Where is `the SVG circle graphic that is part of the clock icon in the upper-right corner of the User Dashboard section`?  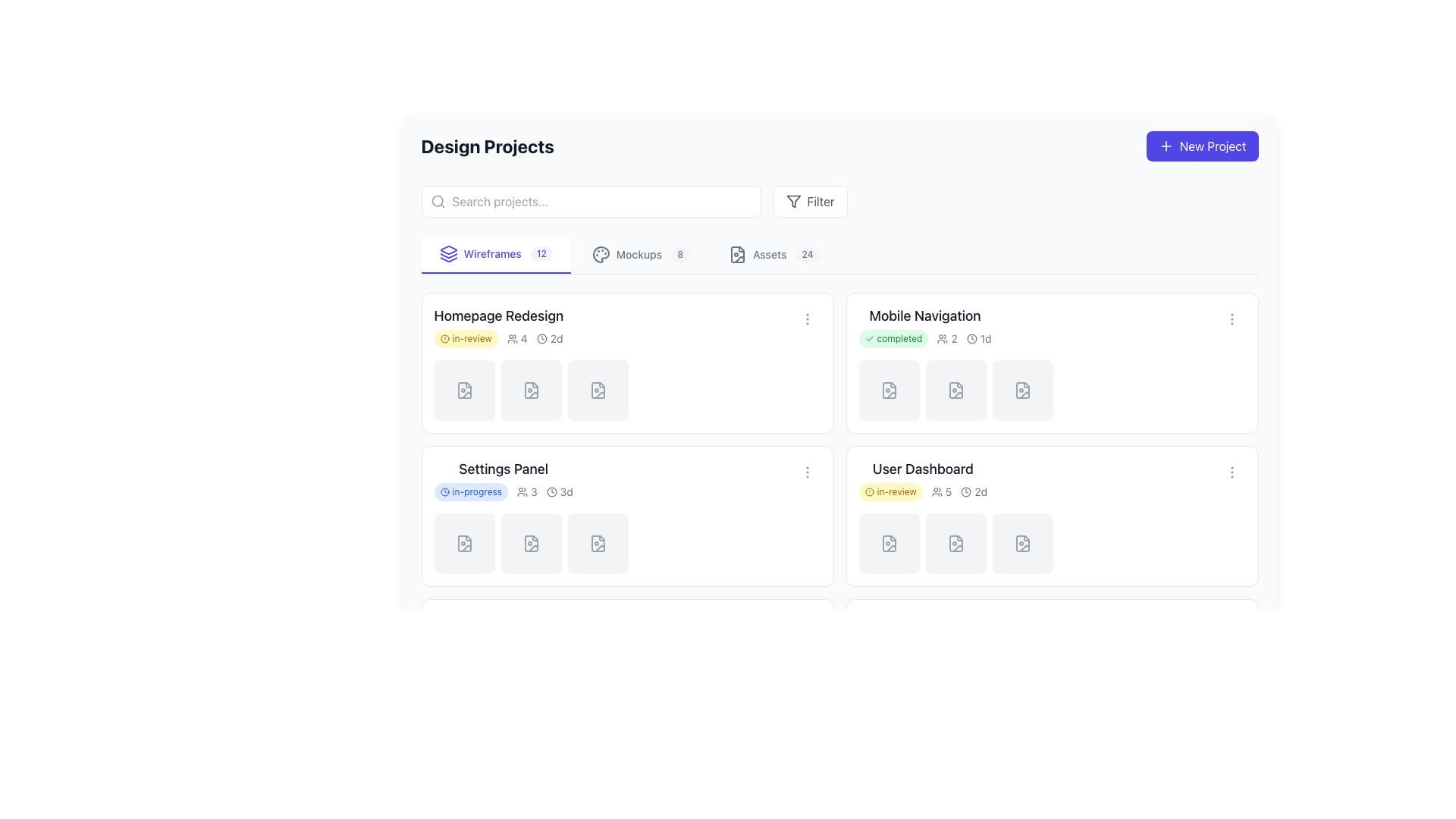 the SVG circle graphic that is part of the clock icon in the upper-right corner of the User Dashboard section is located at coordinates (965, 491).